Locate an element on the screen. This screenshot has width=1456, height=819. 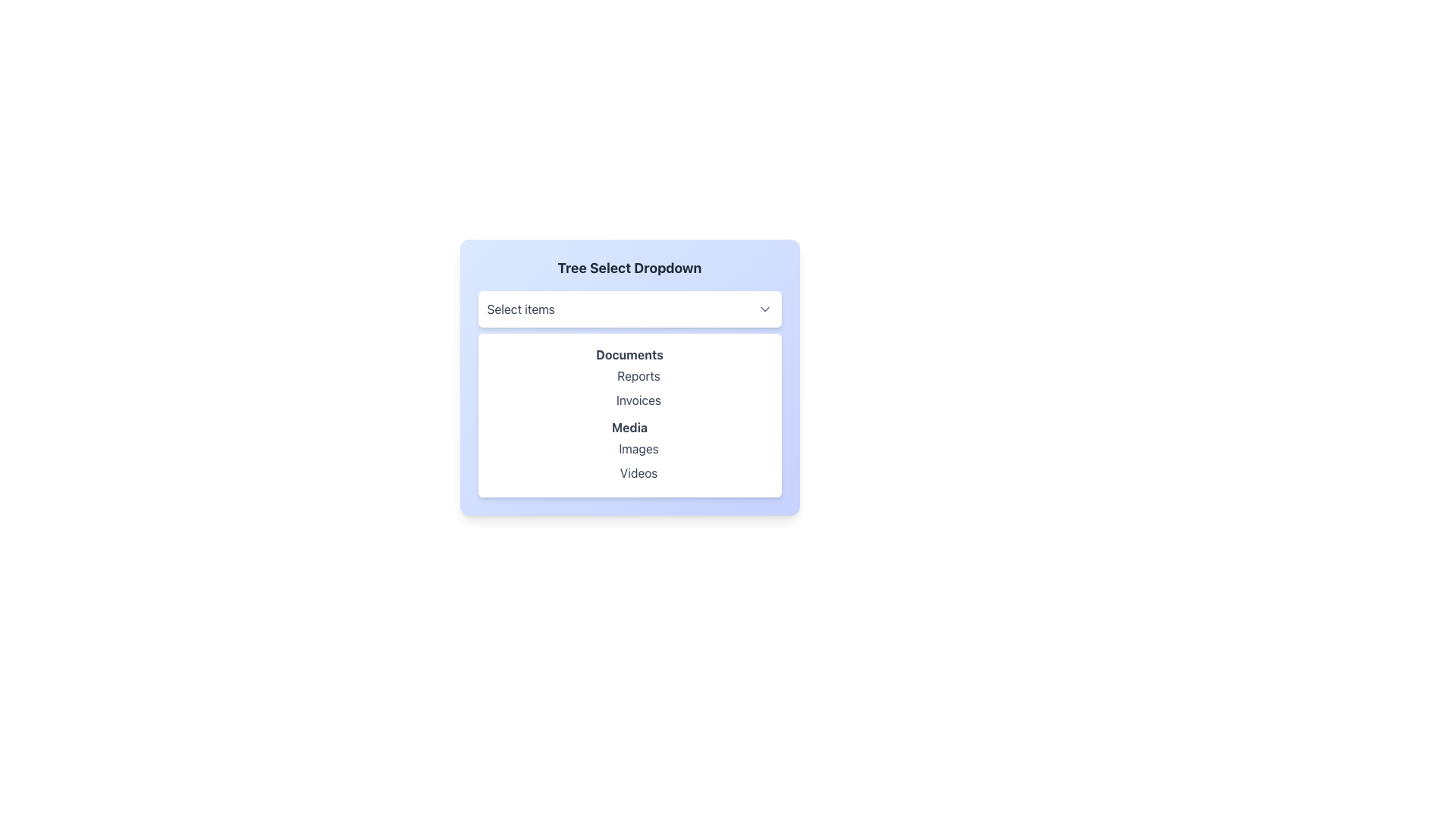
the small, downward-pointing chevron icon with a thin black outline located at the far-right side of the 'Select items' rectangular area is located at coordinates (764, 309).